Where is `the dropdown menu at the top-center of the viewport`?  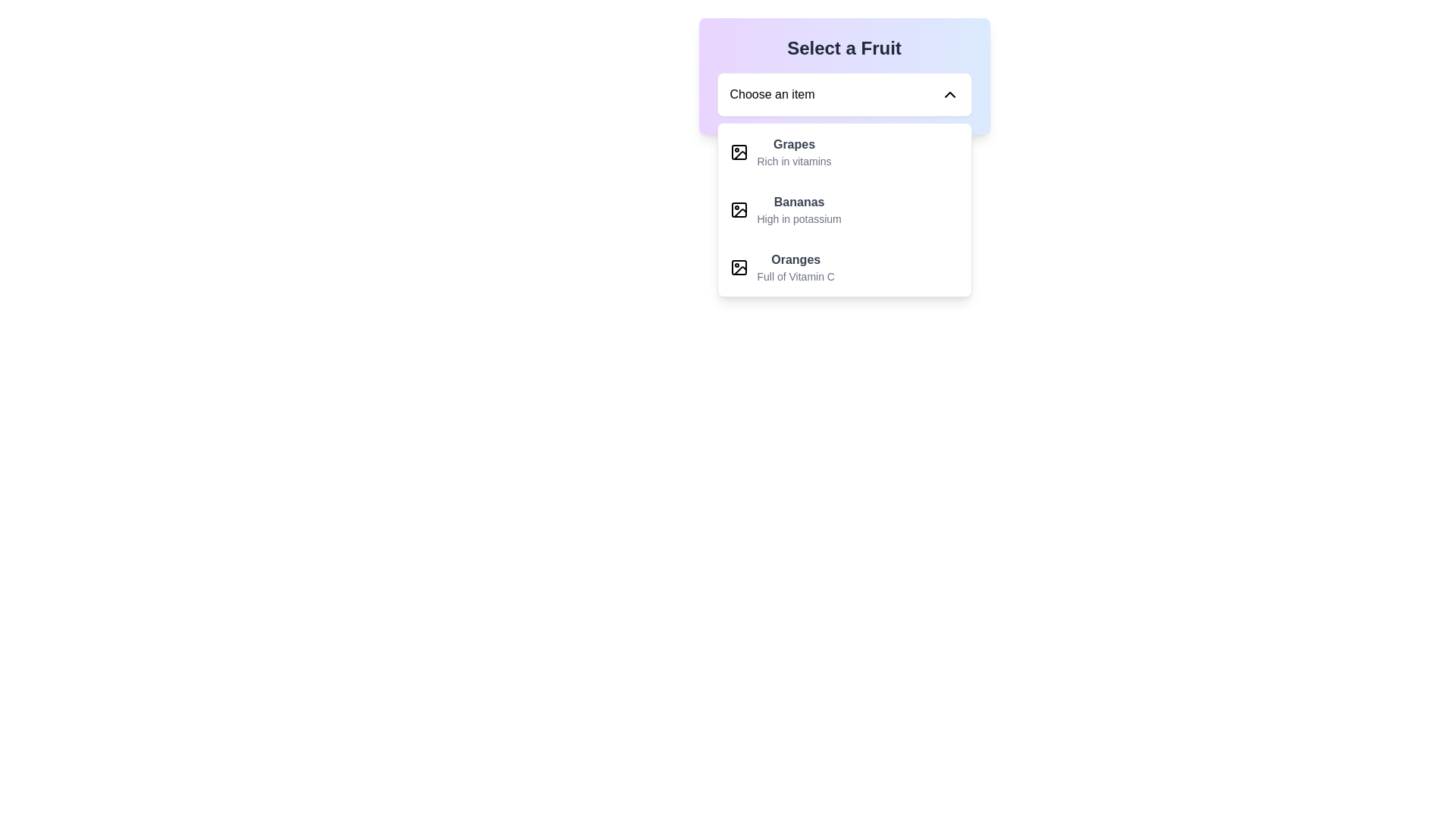
the dropdown menu at the top-center of the viewport is located at coordinates (843, 76).